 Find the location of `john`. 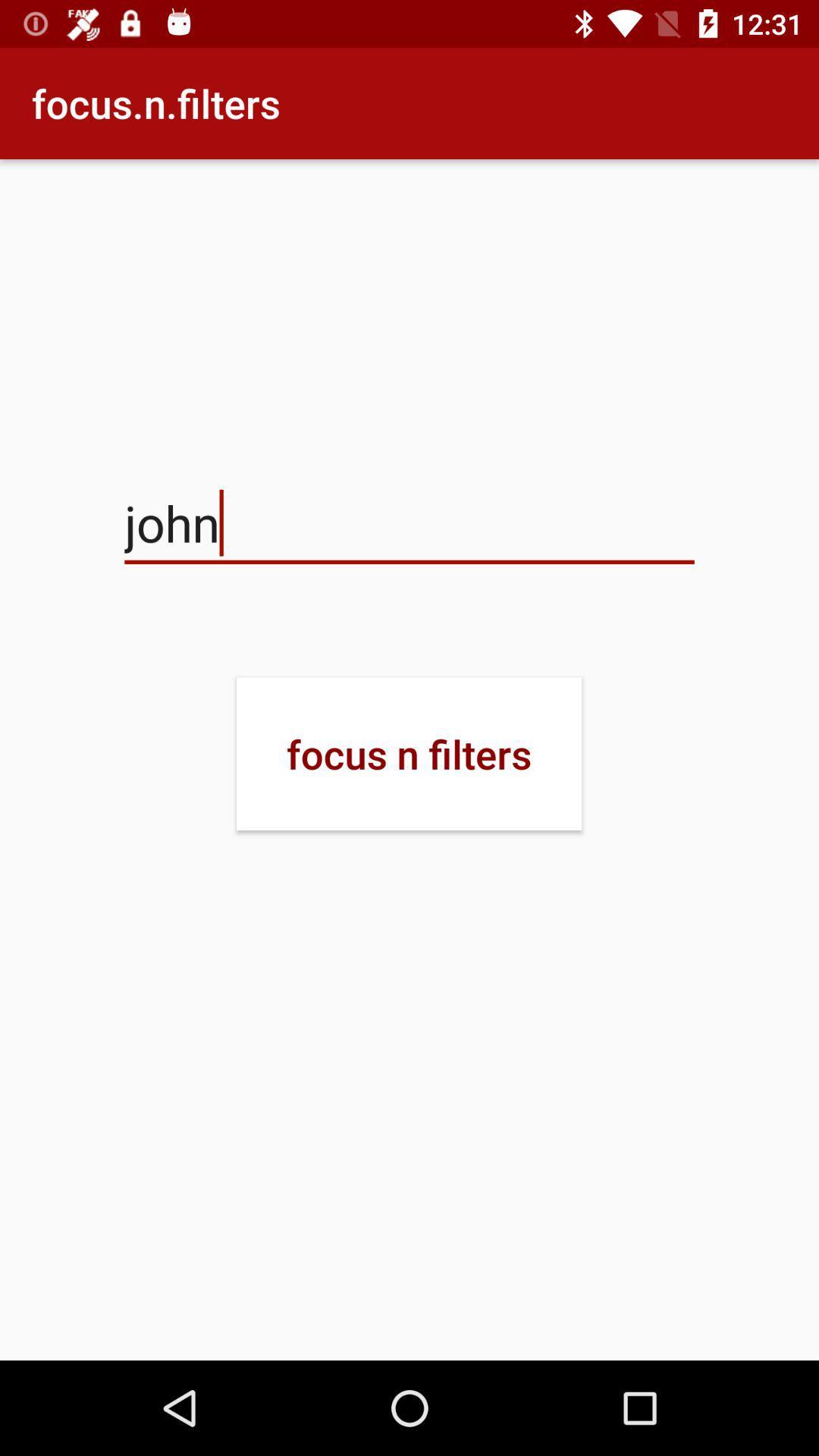

john is located at coordinates (409, 523).